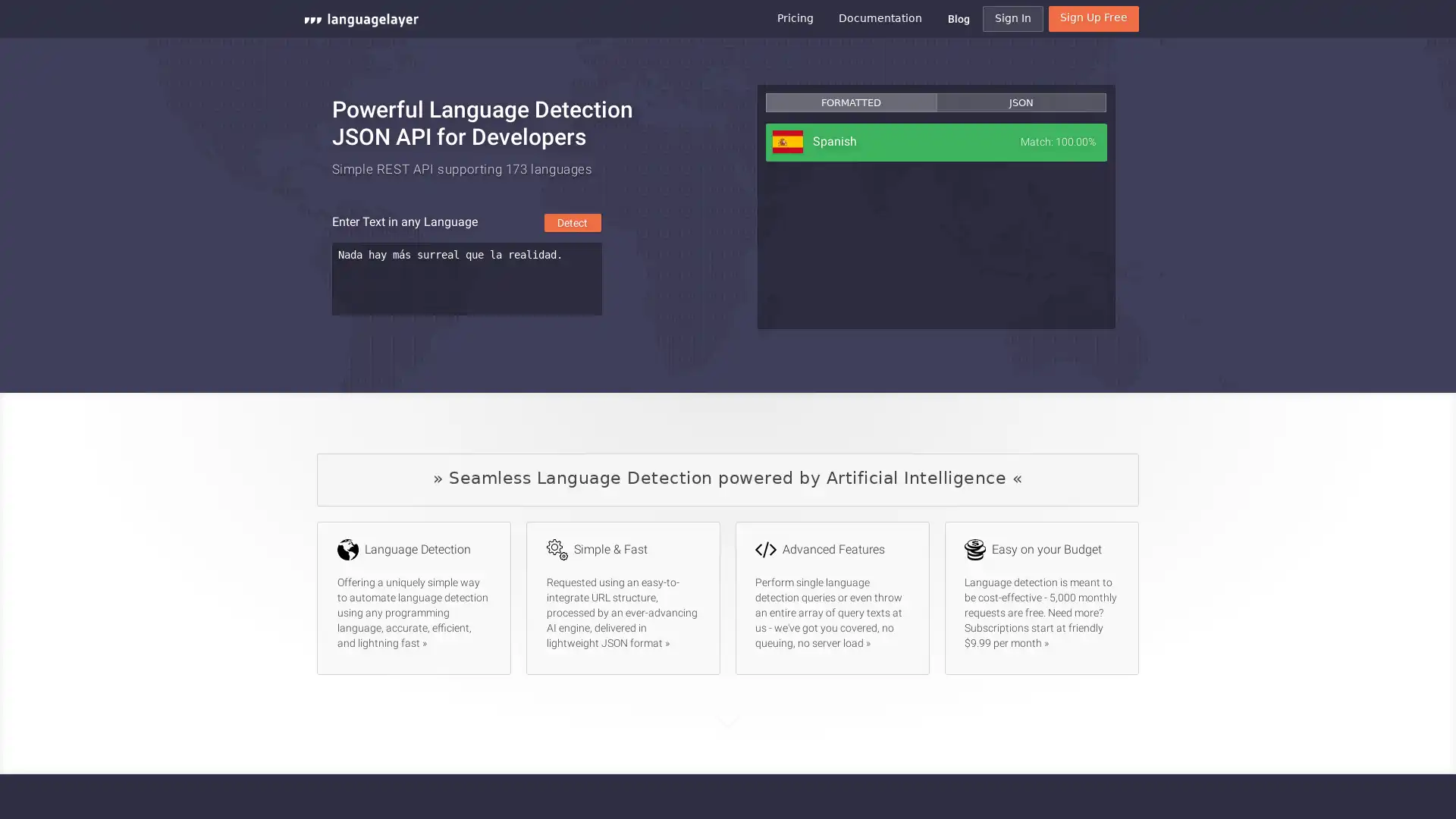  I want to click on JSON, so click(1020, 102).